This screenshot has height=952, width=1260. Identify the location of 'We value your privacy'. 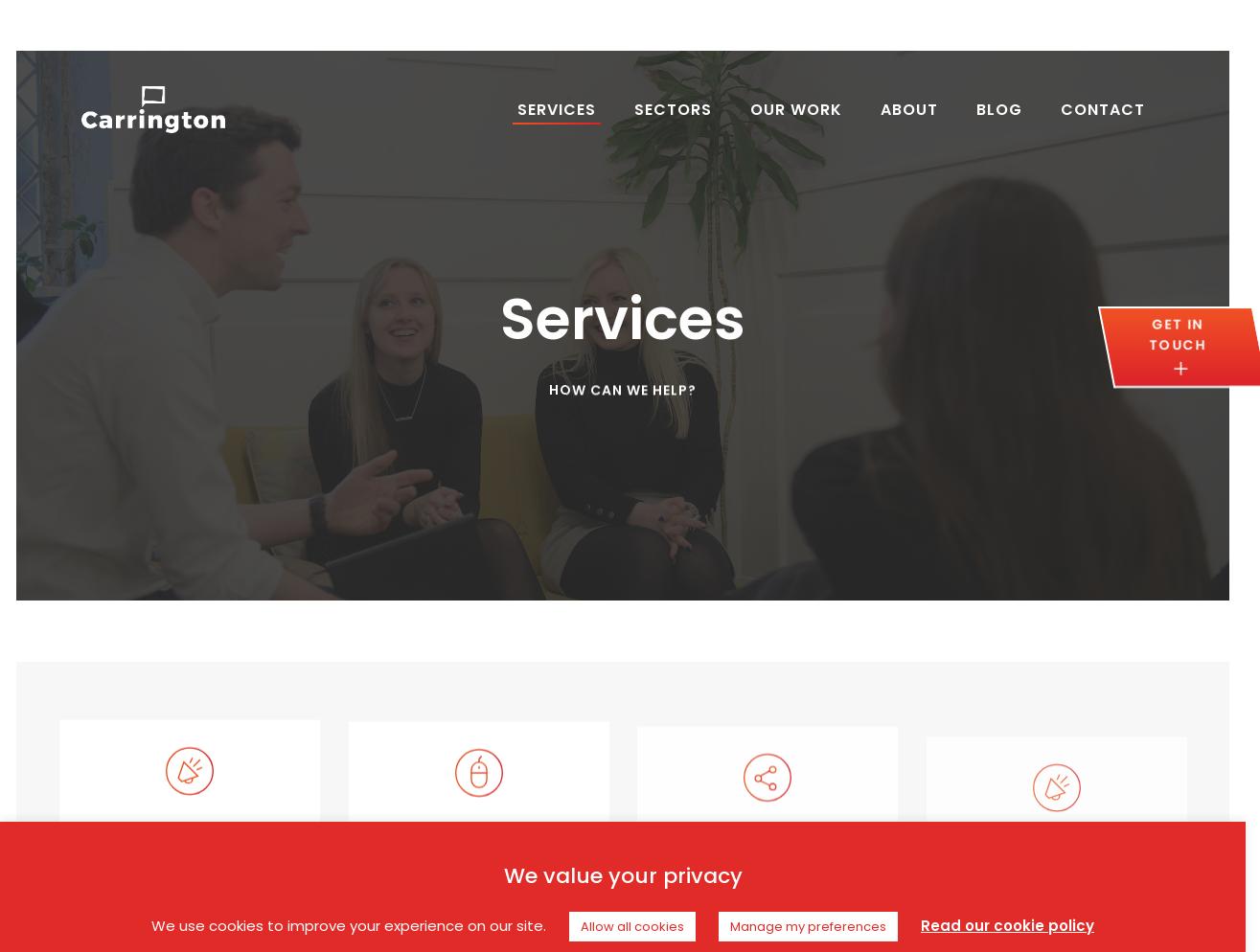
(622, 873).